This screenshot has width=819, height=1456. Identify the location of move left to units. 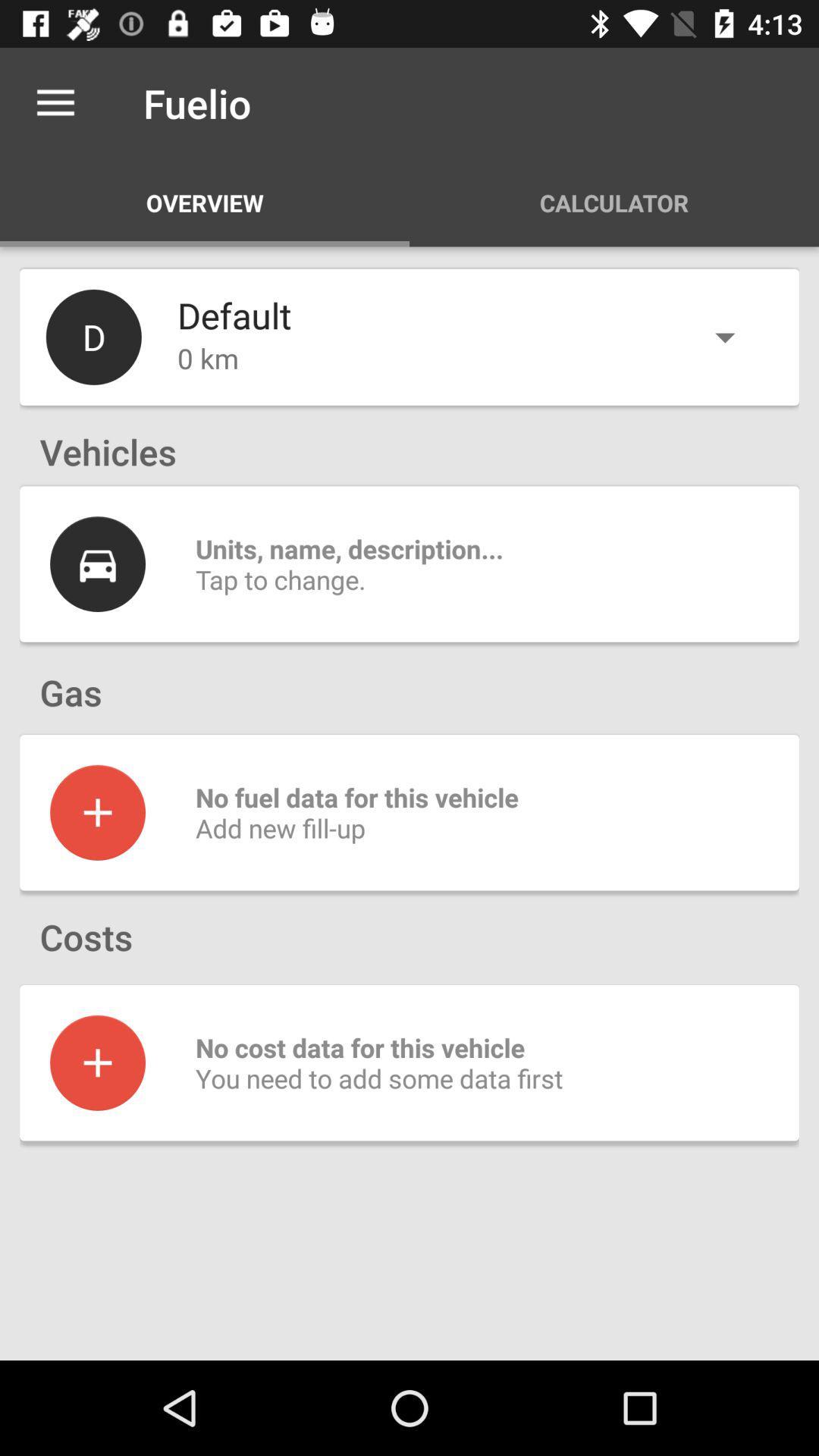
(97, 563).